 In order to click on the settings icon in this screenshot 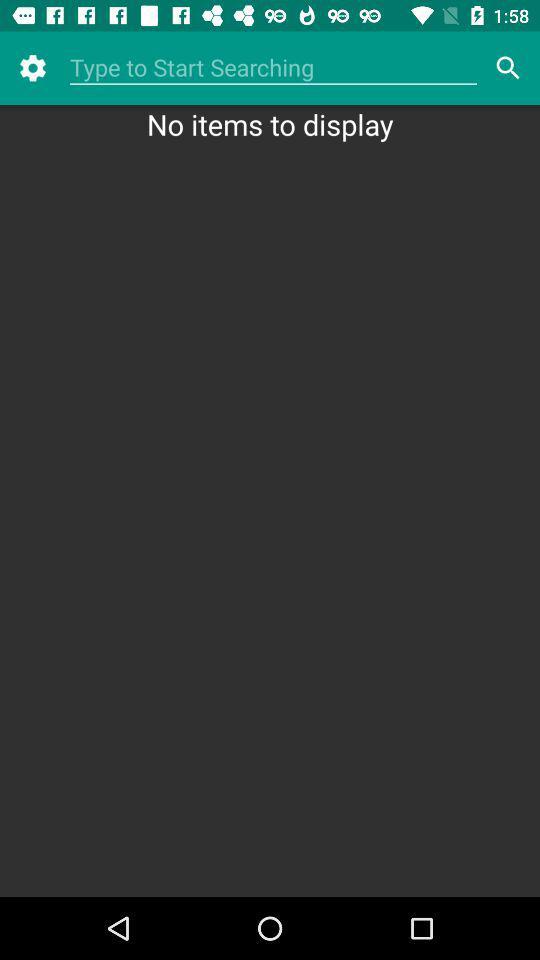, I will do `click(31, 68)`.